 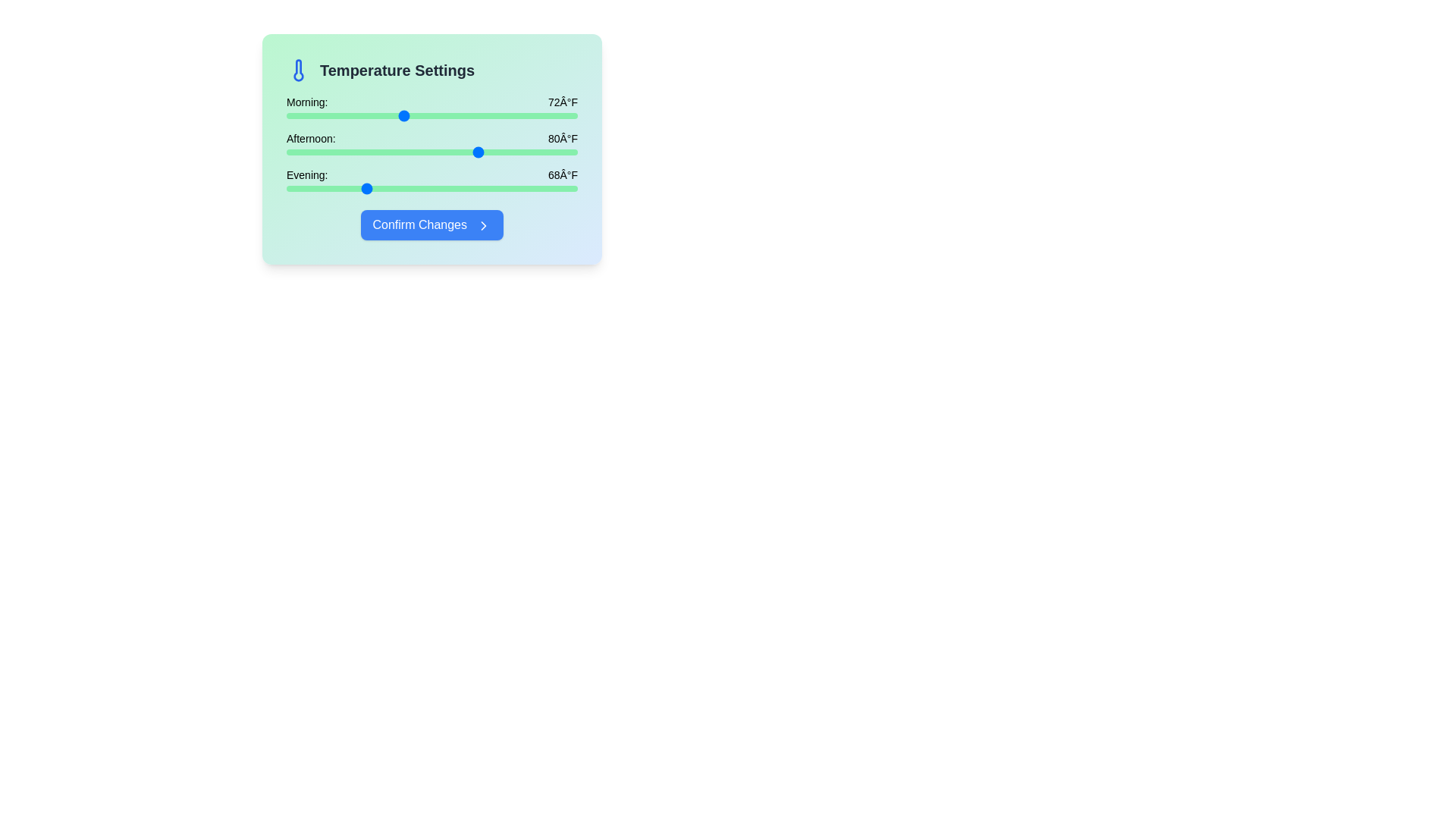 What do you see at coordinates (287, 152) in the screenshot?
I see `the afternoon temperature slider to 60°F` at bounding box center [287, 152].